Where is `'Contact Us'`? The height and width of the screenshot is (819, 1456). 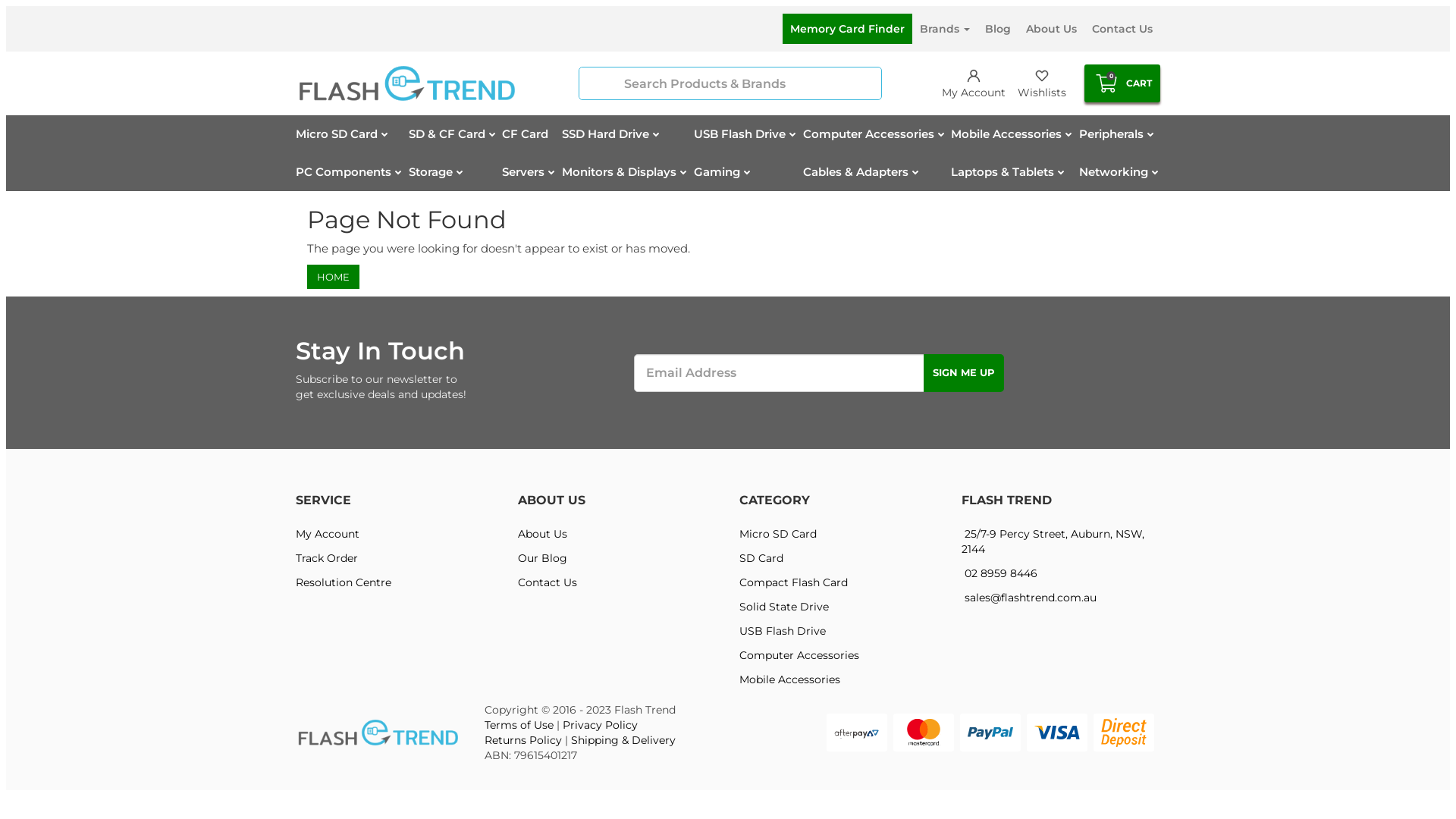
'Contact Us' is located at coordinates (1122, 29).